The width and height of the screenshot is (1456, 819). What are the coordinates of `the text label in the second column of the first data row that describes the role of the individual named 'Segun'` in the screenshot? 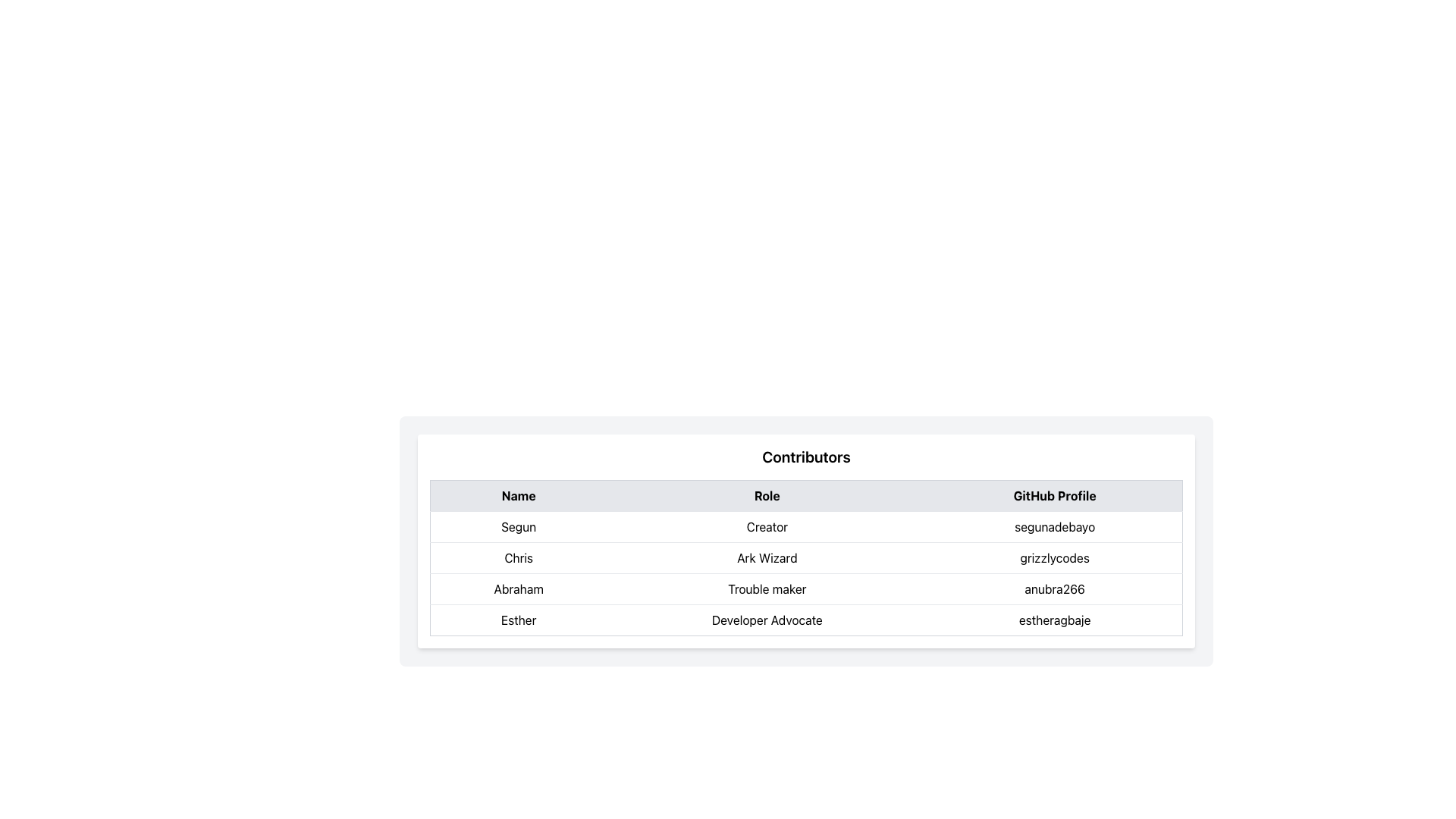 It's located at (767, 526).